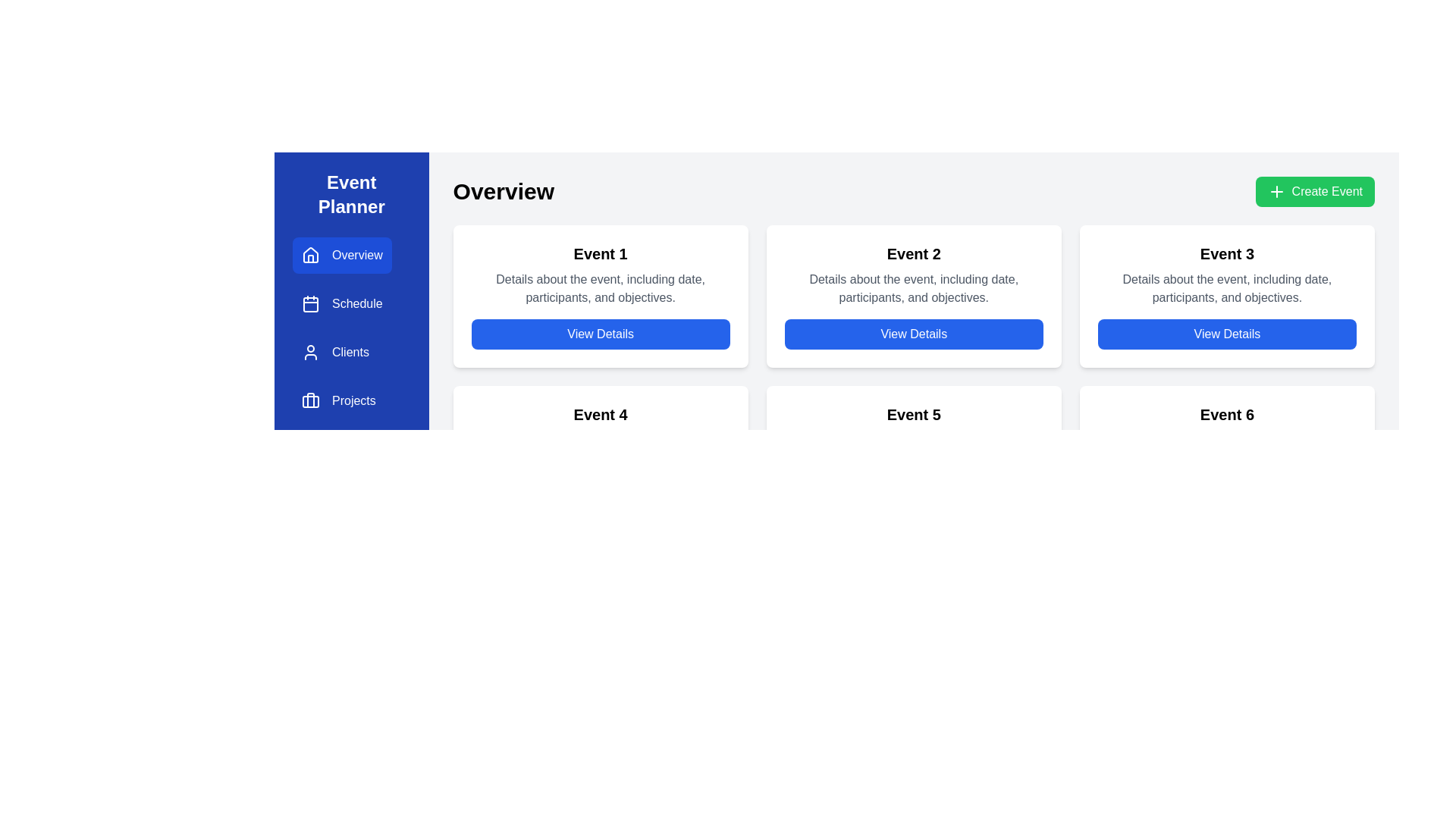  What do you see at coordinates (1227, 333) in the screenshot?
I see `the 'View Details' button located at the bottom of the third event card labeled 'Event 3' to observe the hover effect` at bounding box center [1227, 333].